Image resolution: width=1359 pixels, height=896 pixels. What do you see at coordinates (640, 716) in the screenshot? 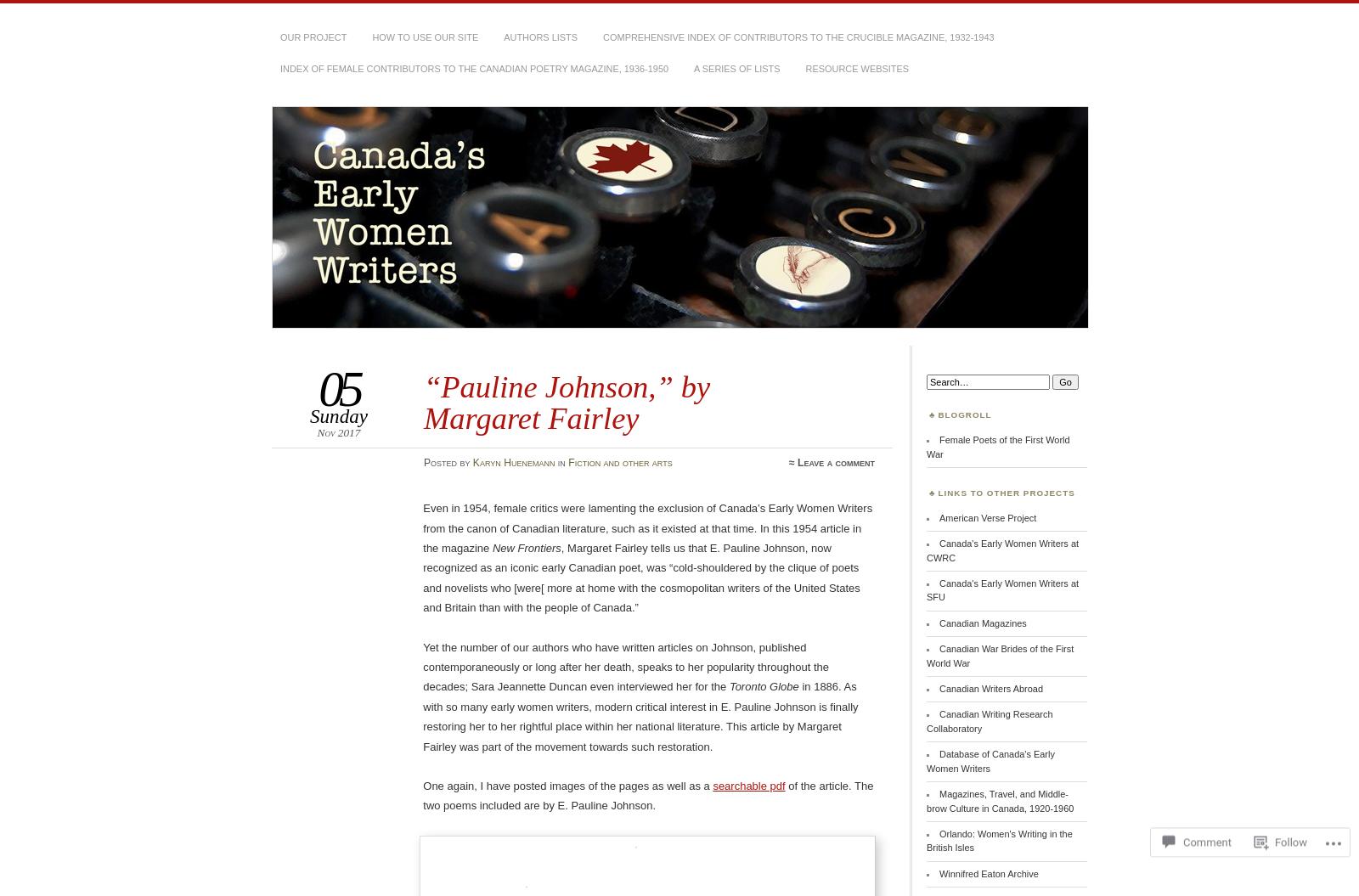
I see `'in 1886. As with so many early women writers, modern critical interest in E. Pauline Johnson is finally restoring her to her rightful place within her national literature. This article by Margaret Fairley was part of the movement towards such restoration.'` at bounding box center [640, 716].